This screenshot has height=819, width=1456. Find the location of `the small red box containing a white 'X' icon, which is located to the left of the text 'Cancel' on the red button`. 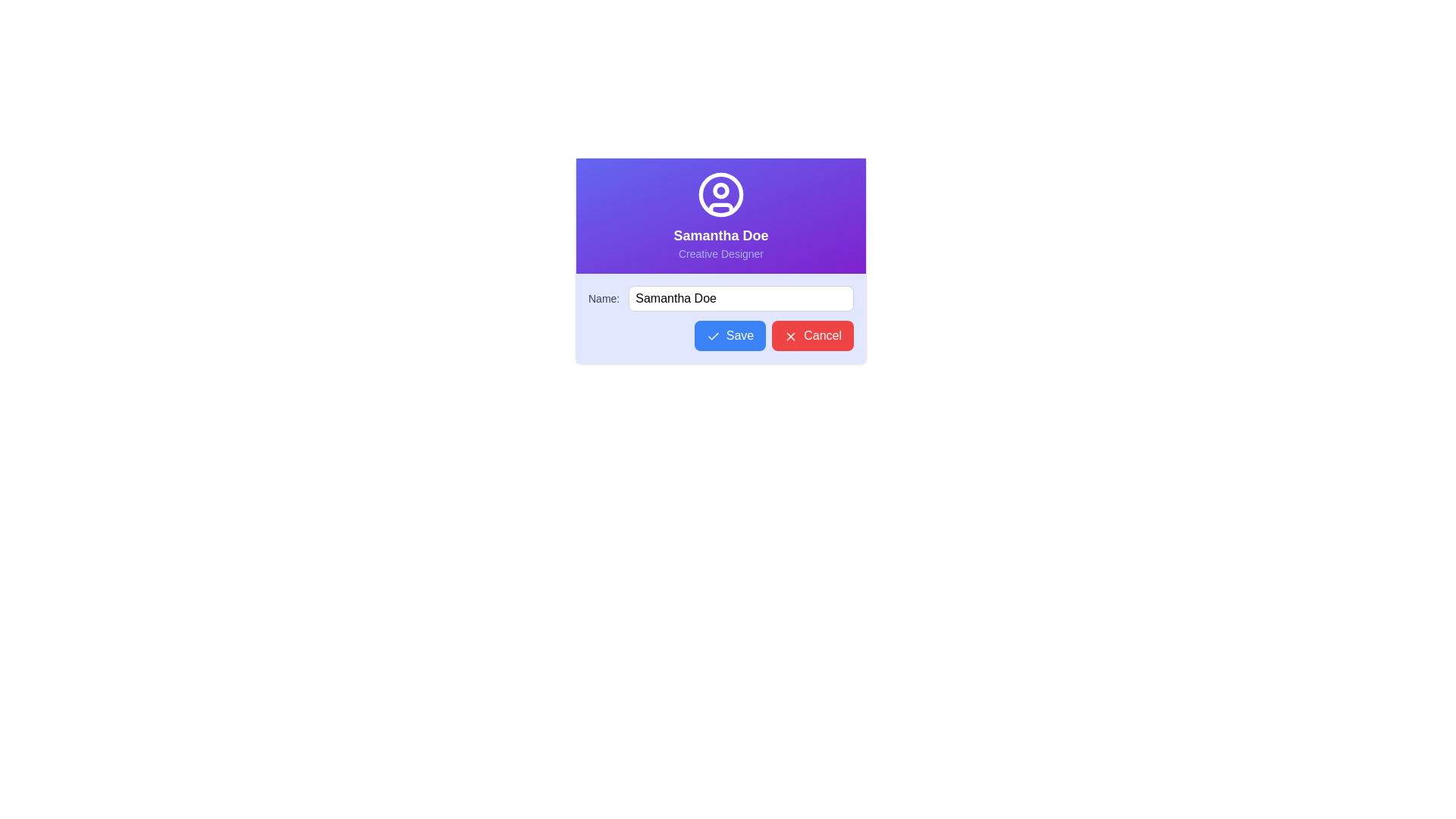

the small red box containing a white 'X' icon, which is located to the left of the text 'Cancel' on the red button is located at coordinates (790, 335).